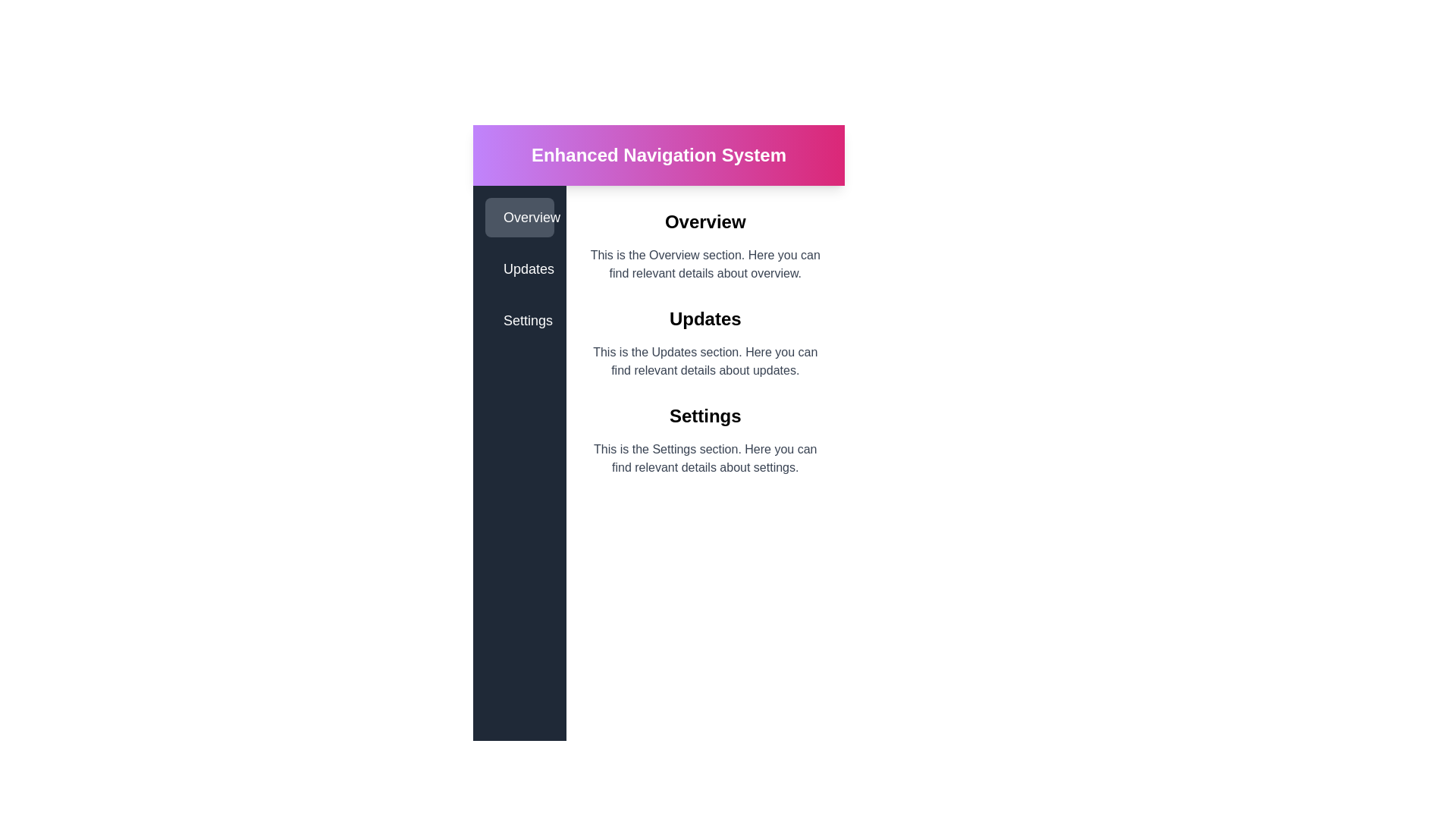 Image resolution: width=1456 pixels, height=819 pixels. What do you see at coordinates (704, 343) in the screenshot?
I see `the informational section labeled 'Updates', which includes a bold header and a paragraph of details about updates` at bounding box center [704, 343].